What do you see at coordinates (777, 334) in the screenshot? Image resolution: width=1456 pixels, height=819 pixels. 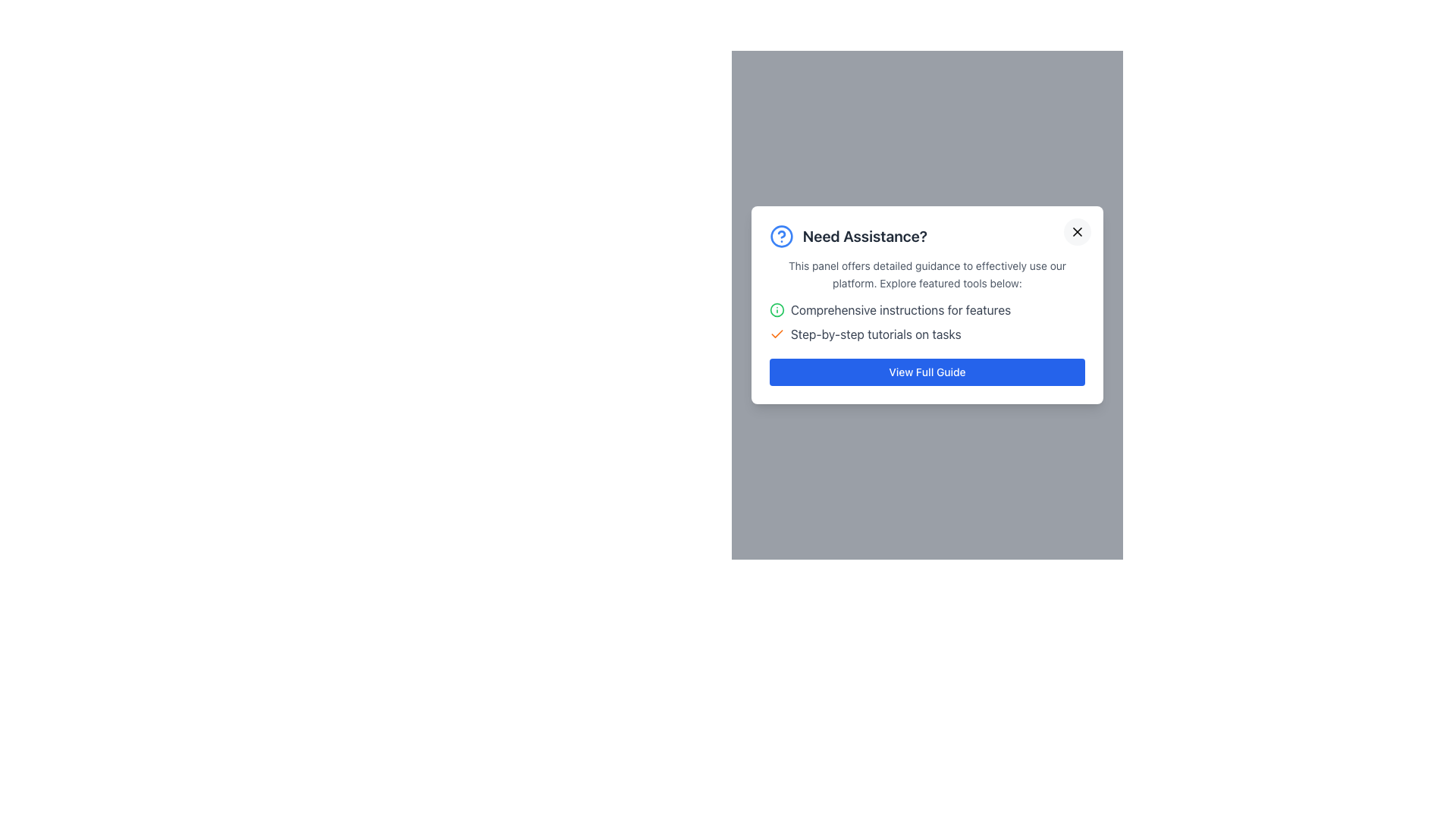 I see `the completion icon located to the left of the text 'Step-by-step tutorials on tasks'` at bounding box center [777, 334].